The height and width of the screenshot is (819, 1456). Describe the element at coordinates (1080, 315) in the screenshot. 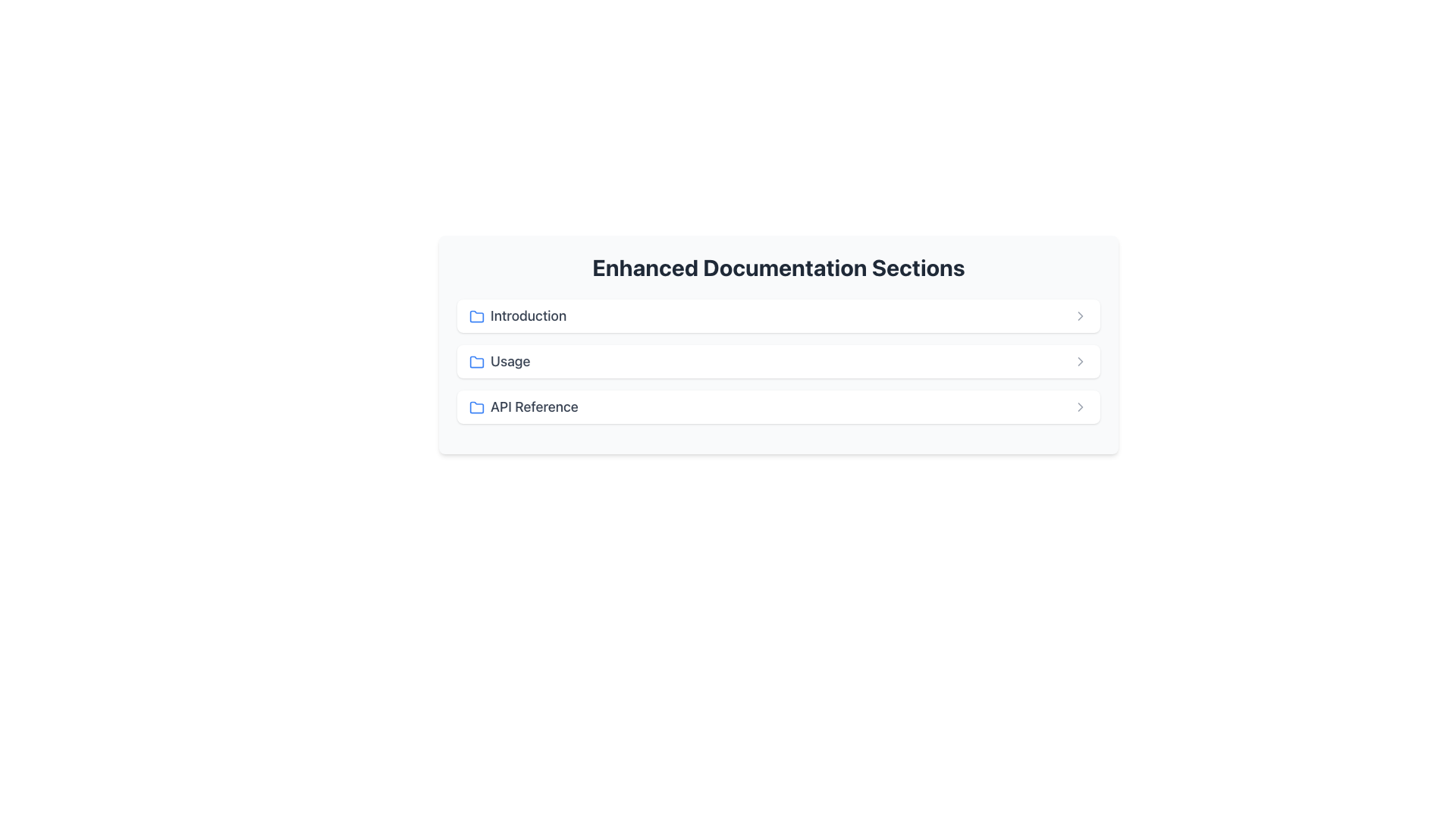

I see `the rightward-pointing chevron icon styled with gray color in the 'Introduction' section` at that location.